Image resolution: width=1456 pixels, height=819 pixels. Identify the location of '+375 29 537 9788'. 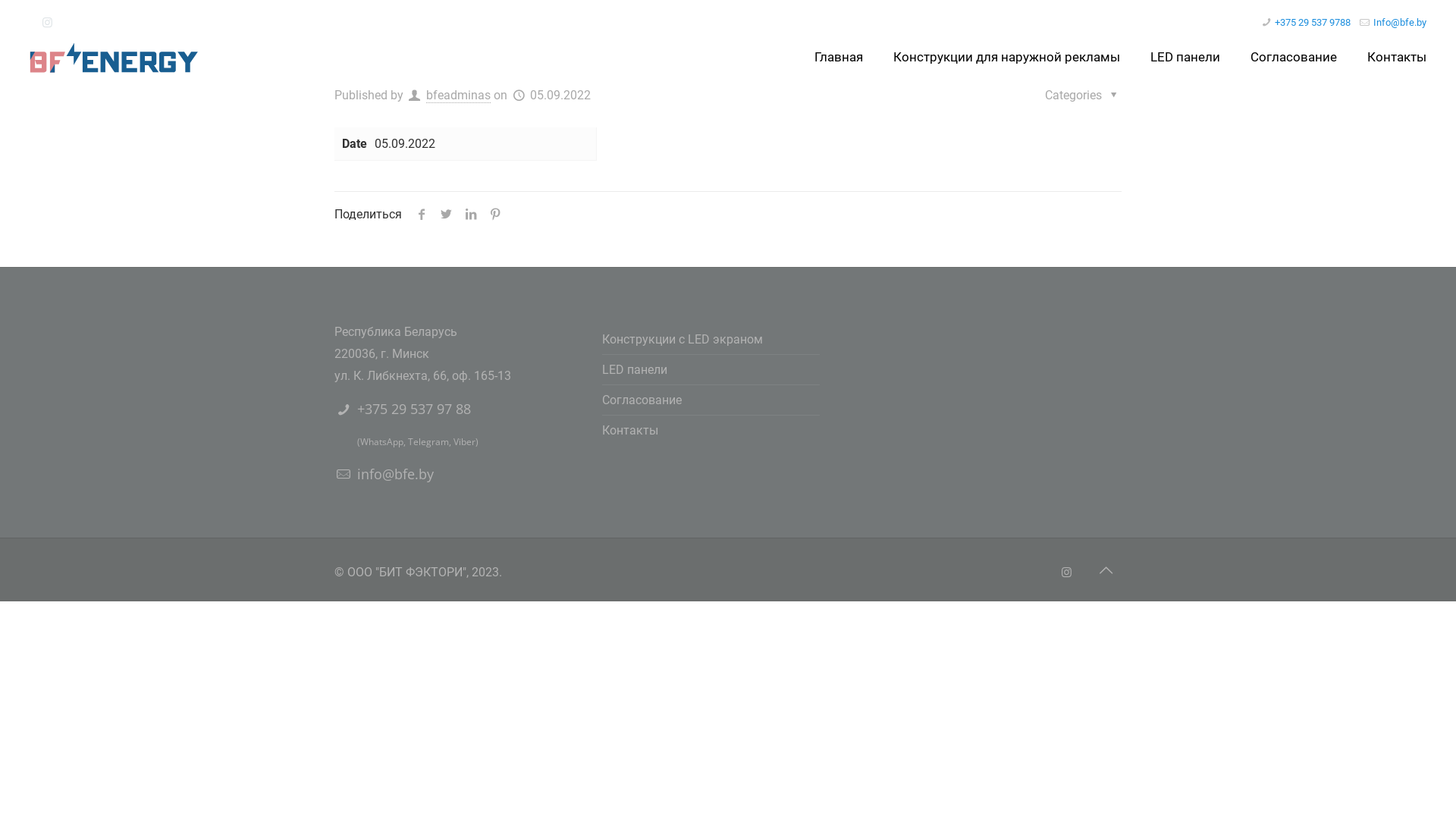
(1274, 22).